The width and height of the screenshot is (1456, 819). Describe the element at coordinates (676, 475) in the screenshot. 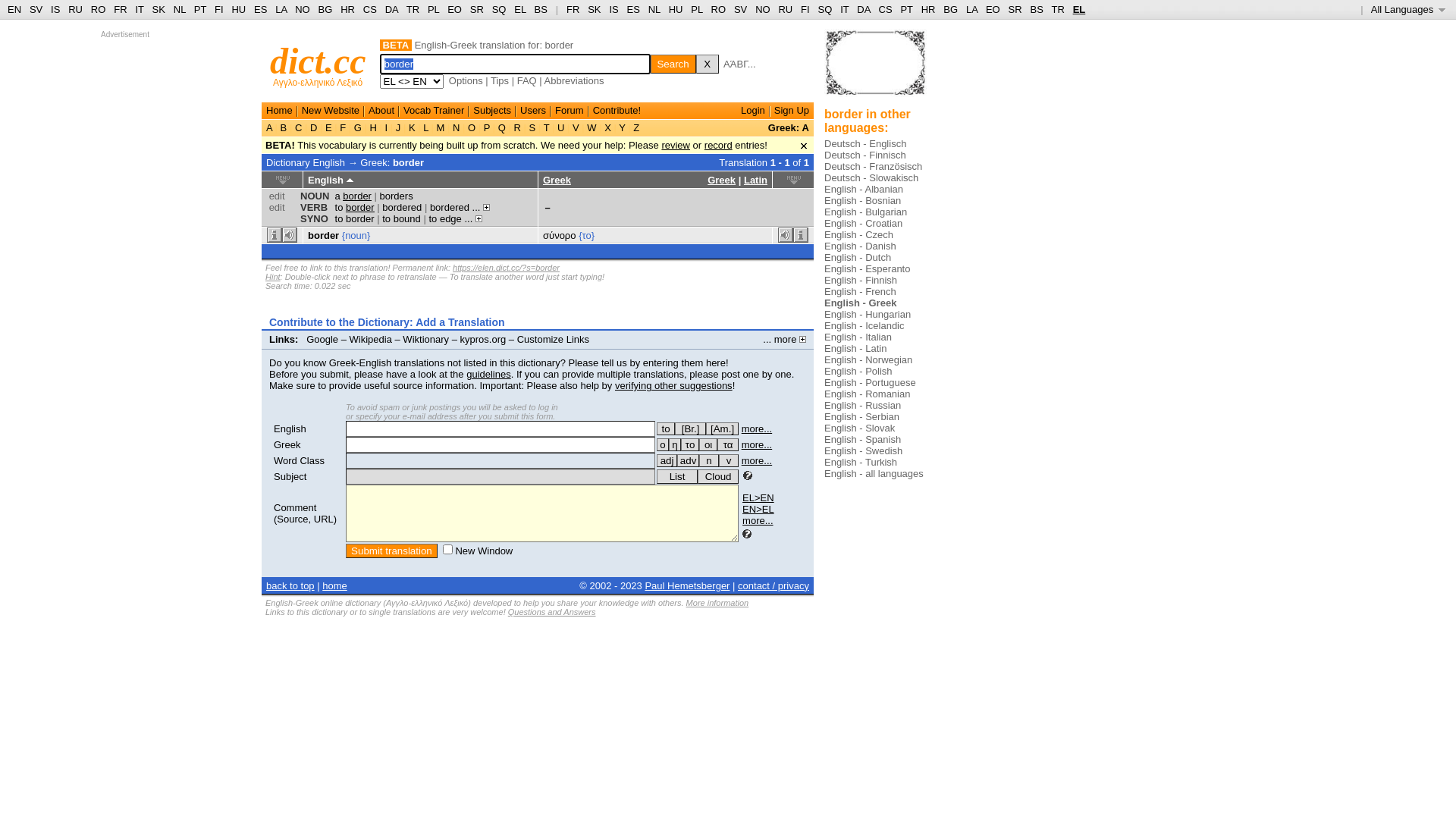

I see `'List'` at that location.